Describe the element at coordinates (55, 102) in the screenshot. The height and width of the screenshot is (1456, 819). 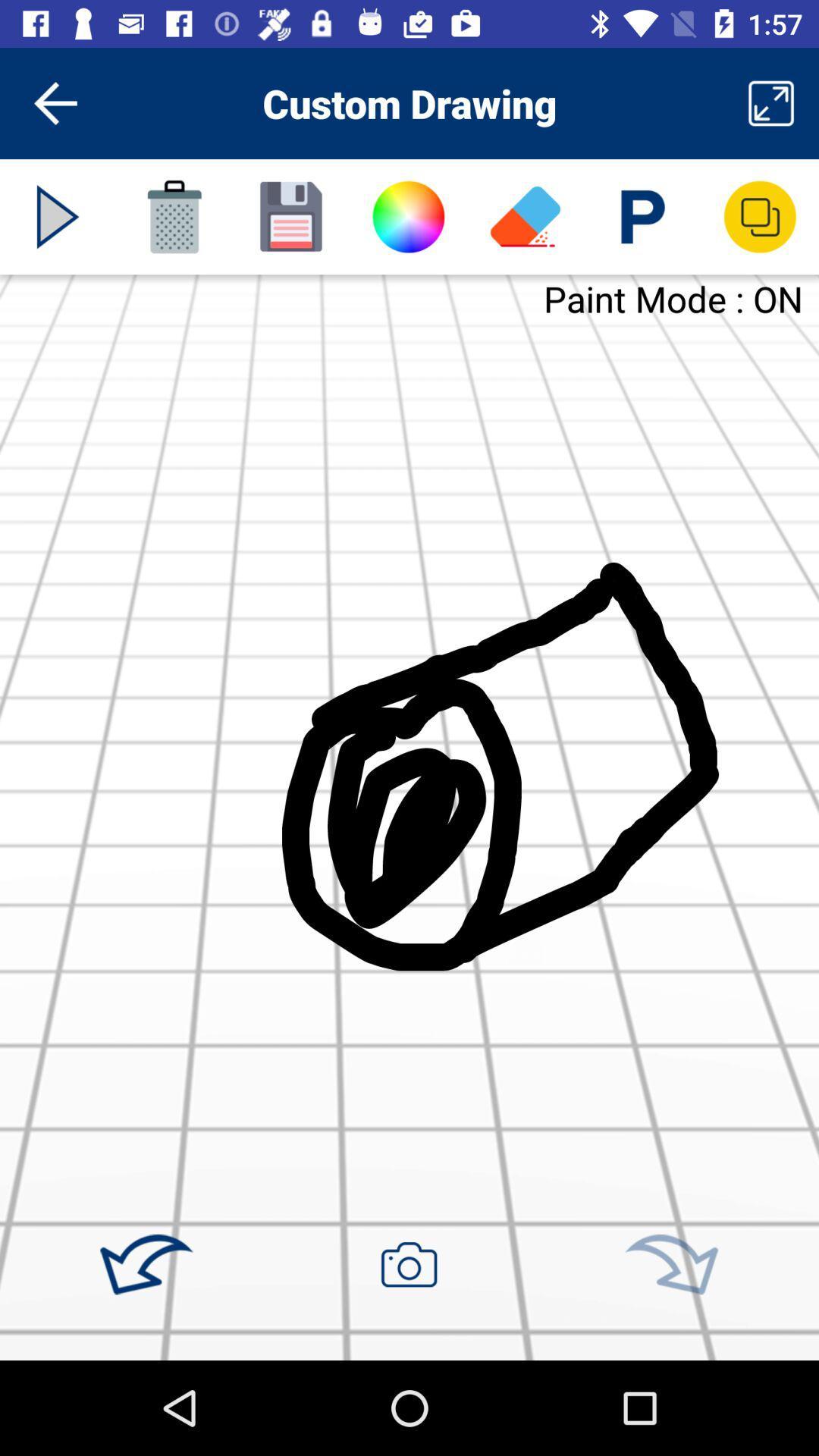
I see `item to the left of custom drawing icon` at that location.